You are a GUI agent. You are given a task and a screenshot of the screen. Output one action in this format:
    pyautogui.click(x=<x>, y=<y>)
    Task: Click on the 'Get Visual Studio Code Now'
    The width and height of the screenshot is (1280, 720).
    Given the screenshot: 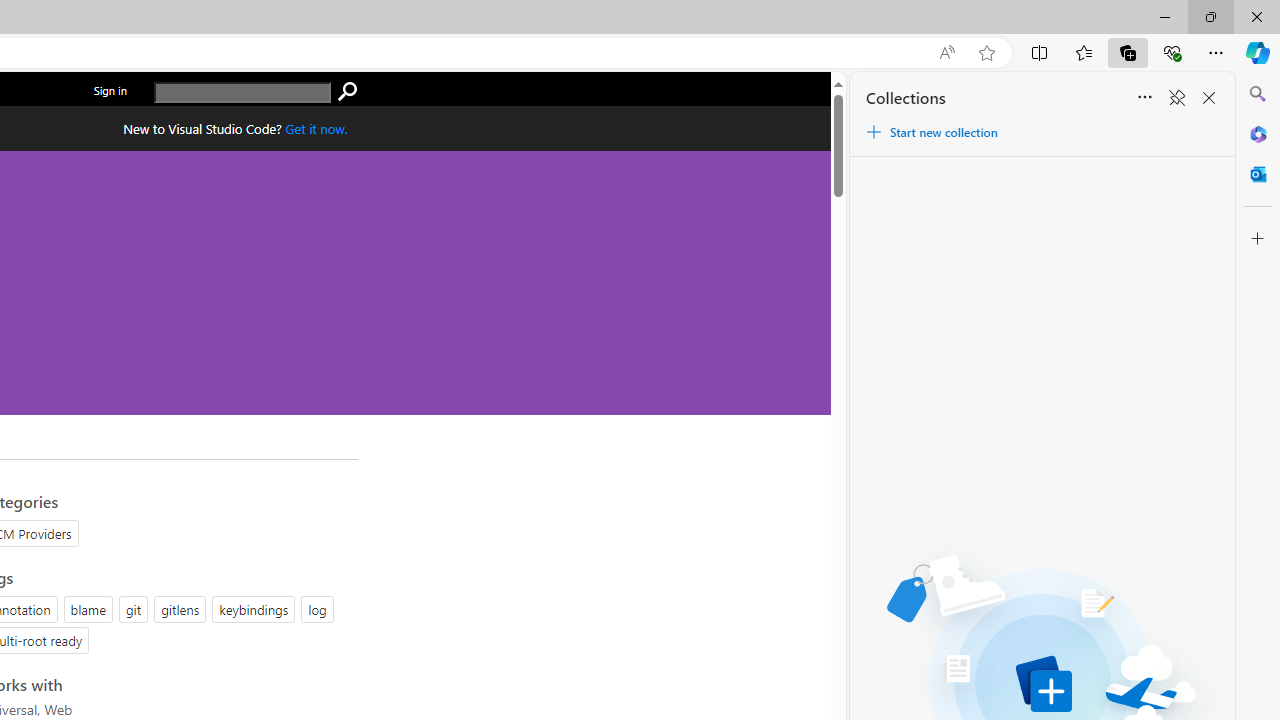 What is the action you would take?
    pyautogui.click(x=315, y=128)
    